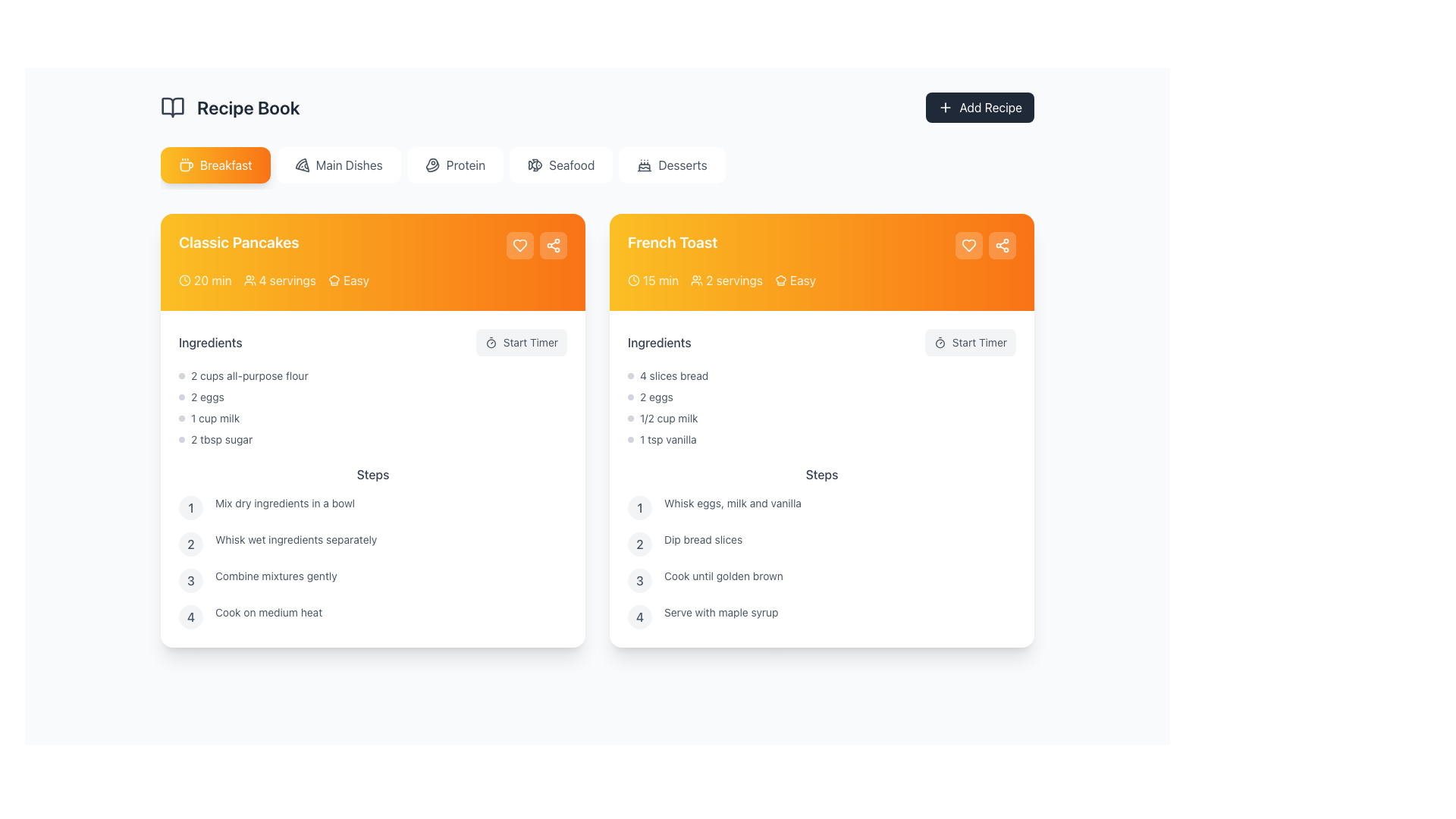 The width and height of the screenshot is (1456, 819). Describe the element at coordinates (723, 580) in the screenshot. I see `instructional text label located in the right panel under the 'French Toast' section, specifically the third step guiding the user to cook until golden brown` at that location.